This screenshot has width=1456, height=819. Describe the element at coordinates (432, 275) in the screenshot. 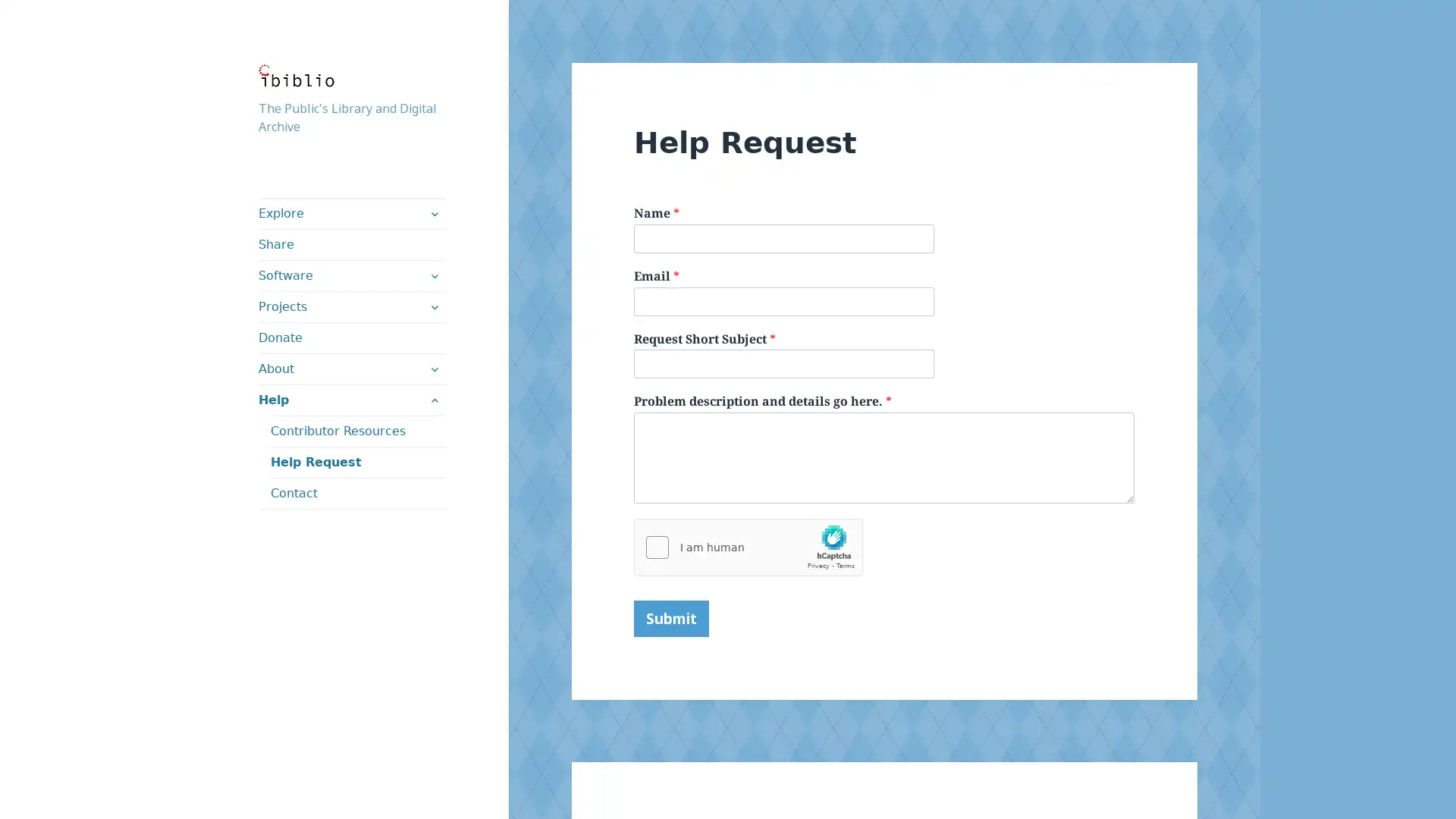

I see `expand child menu` at that location.